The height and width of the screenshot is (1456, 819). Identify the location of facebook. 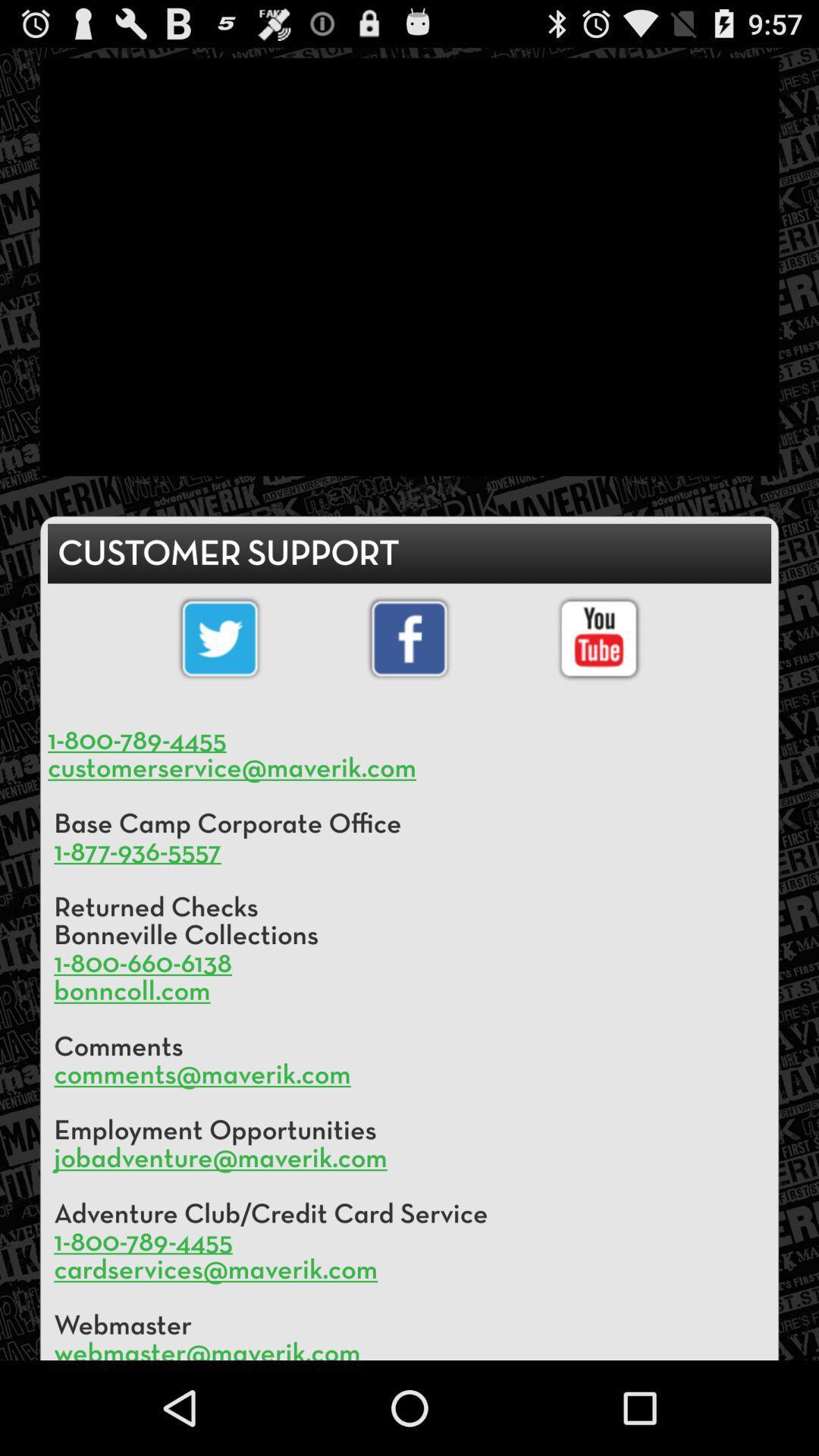
(409, 639).